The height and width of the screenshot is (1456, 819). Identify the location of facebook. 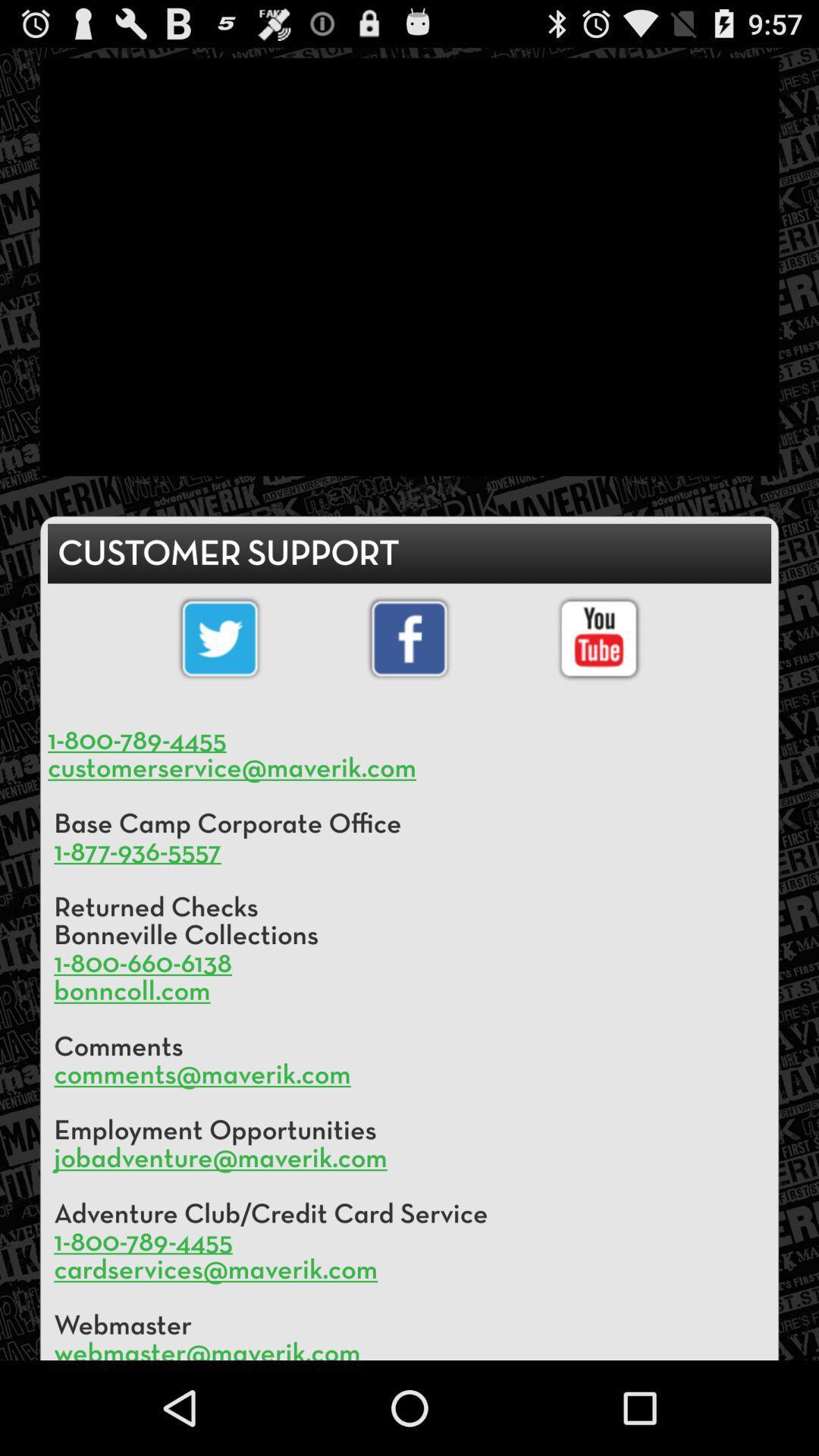
(409, 639).